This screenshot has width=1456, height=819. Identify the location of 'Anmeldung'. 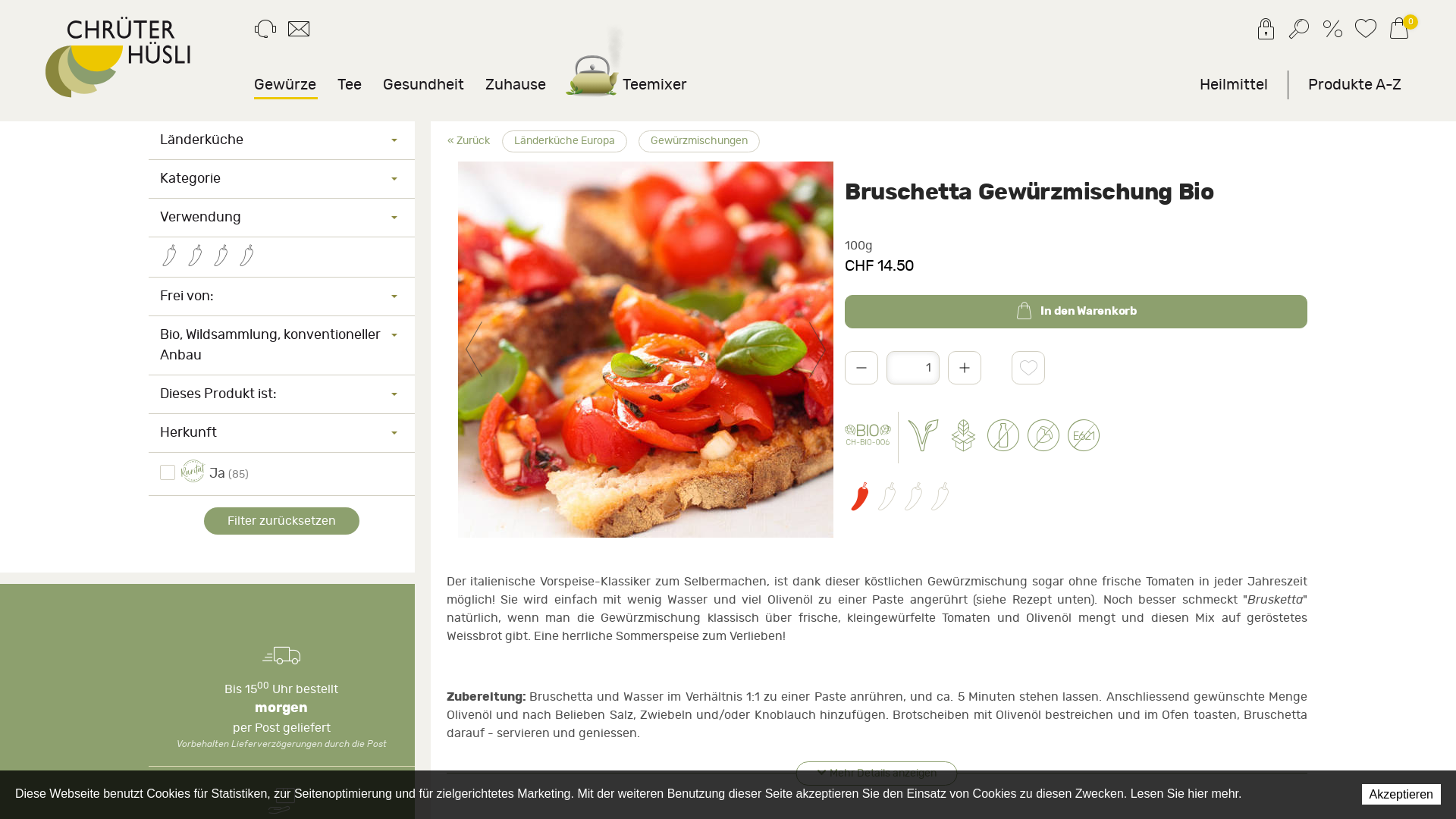
(1254, 32).